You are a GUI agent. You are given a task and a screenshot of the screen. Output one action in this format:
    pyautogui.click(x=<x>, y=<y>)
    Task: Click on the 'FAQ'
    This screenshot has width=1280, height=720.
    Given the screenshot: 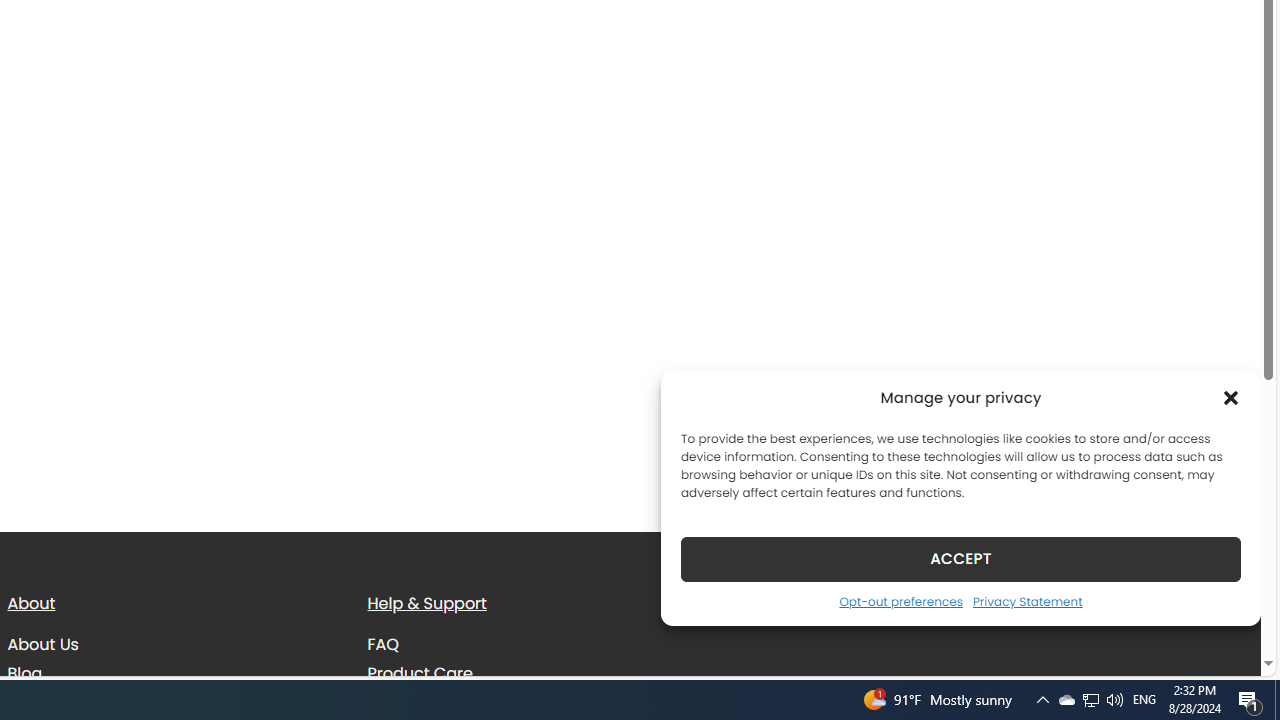 What is the action you would take?
    pyautogui.click(x=383, y=644)
    